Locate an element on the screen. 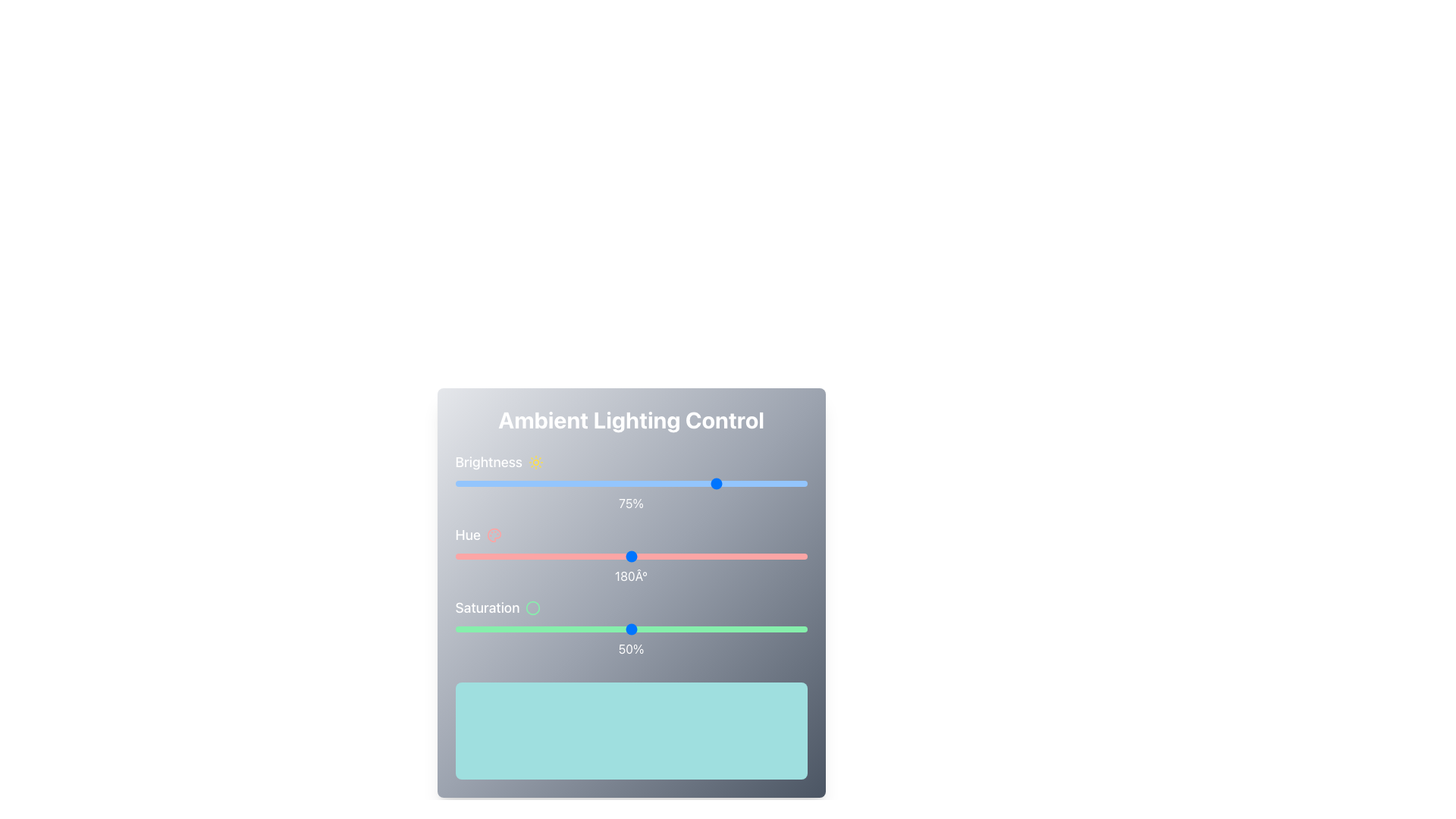 The image size is (1456, 819). saturation is located at coordinates (560, 629).